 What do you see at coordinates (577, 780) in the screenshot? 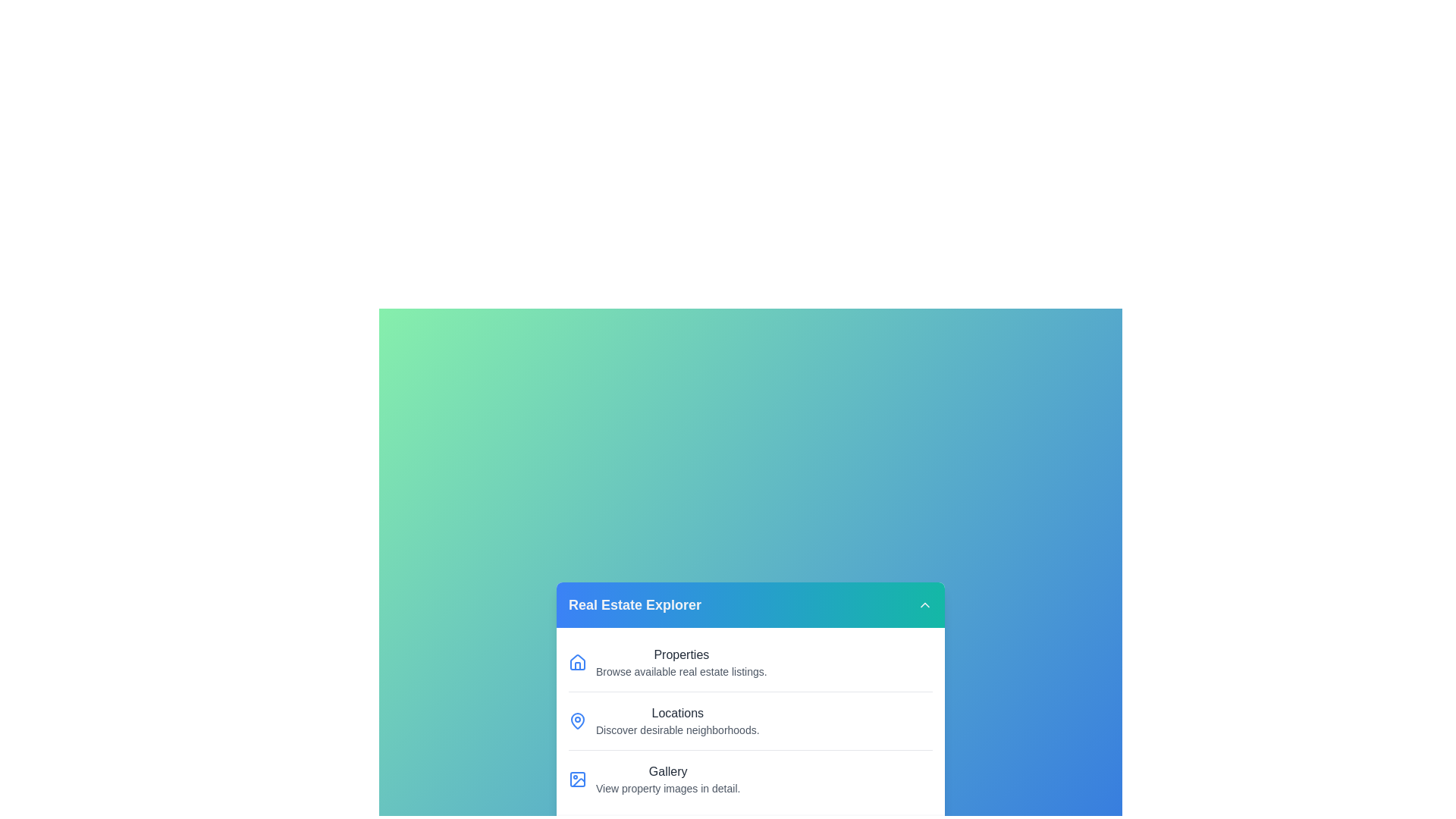
I see `the menu item associated with Gallery` at bounding box center [577, 780].